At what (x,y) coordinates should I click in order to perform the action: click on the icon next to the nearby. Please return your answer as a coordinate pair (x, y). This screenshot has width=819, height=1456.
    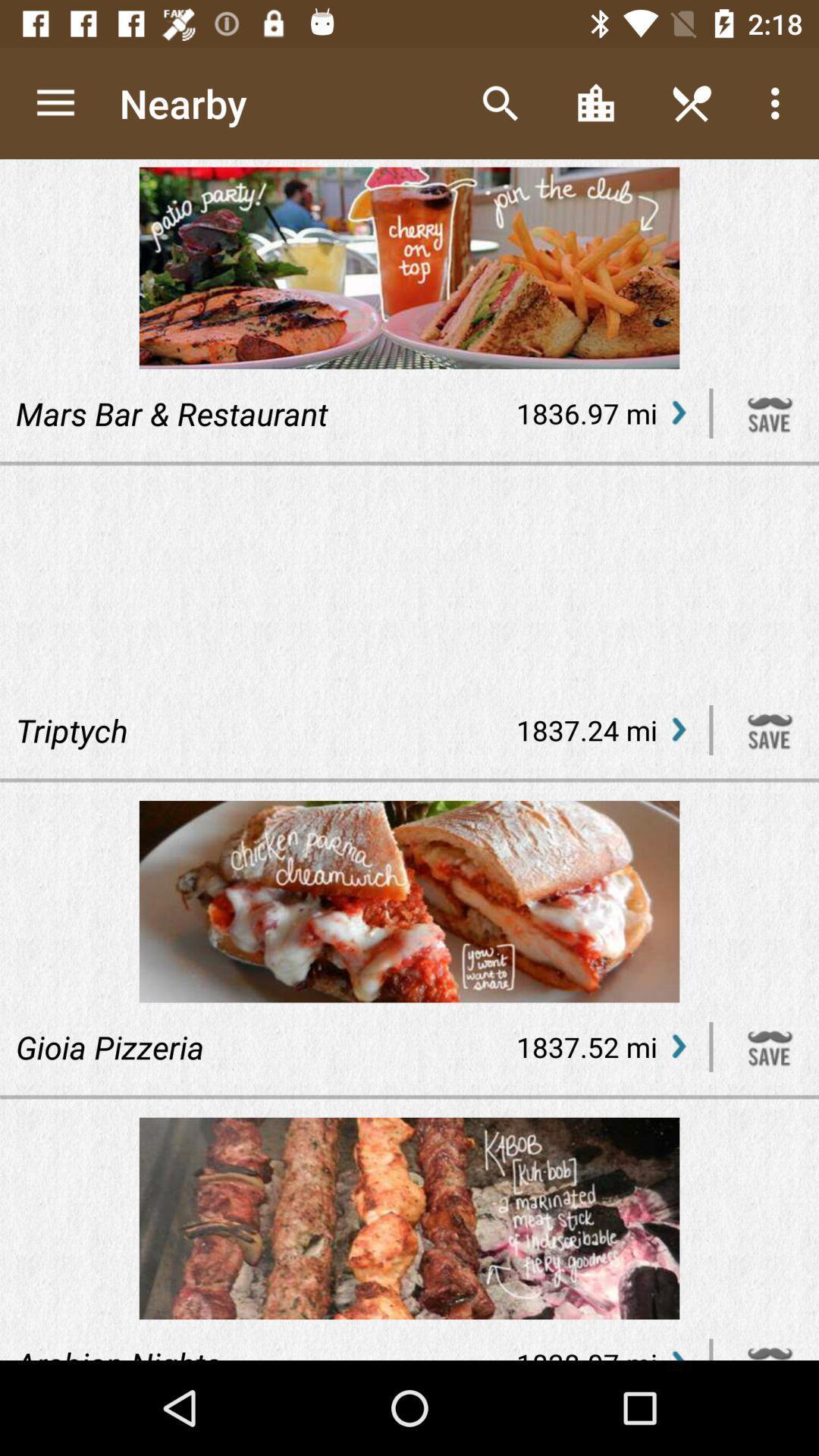
    Looking at the image, I should click on (500, 102).